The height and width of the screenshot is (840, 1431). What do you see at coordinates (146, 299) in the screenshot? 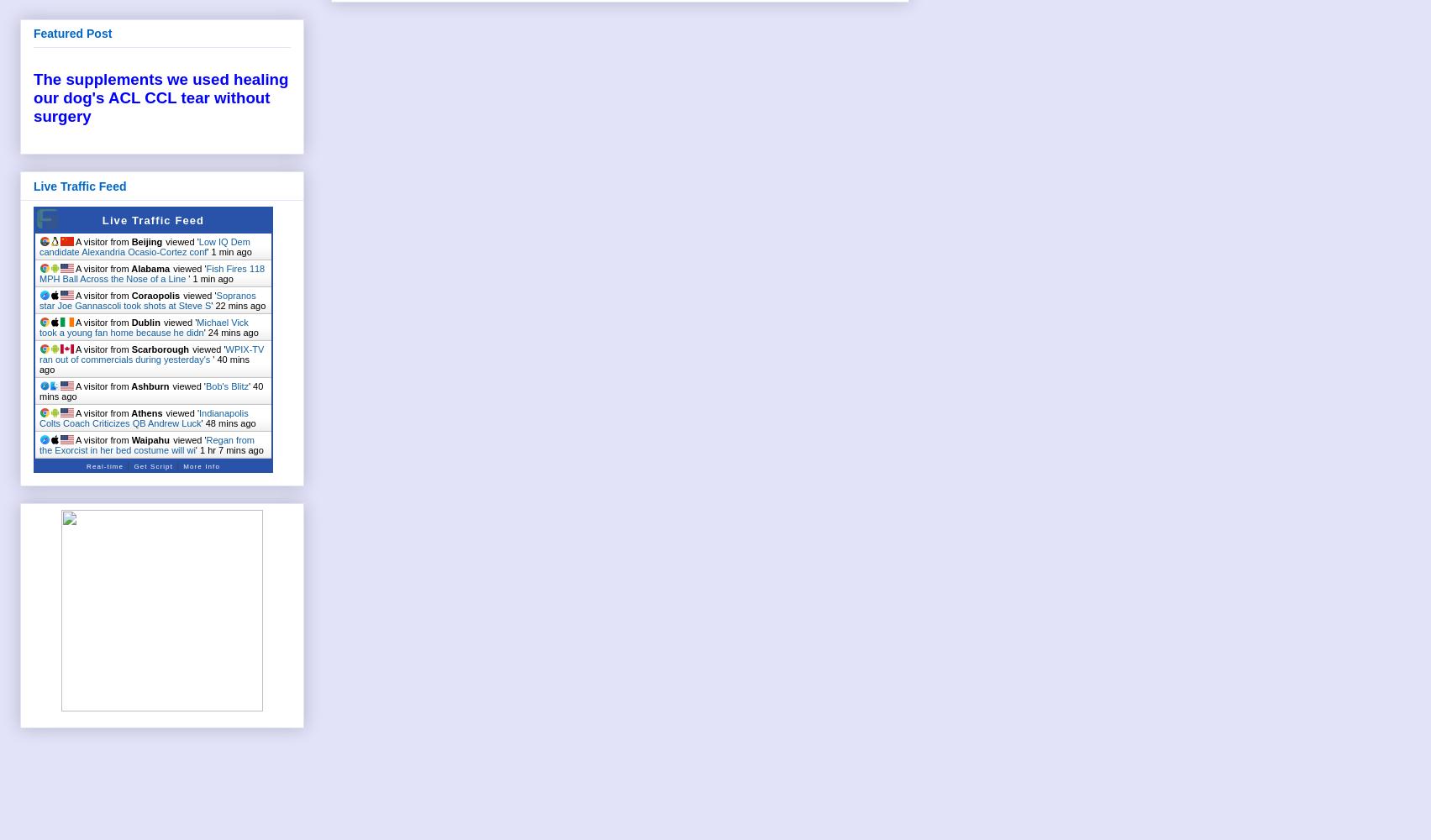
I see `'Sopranos star Joe Gannascoli took shots at Steve S'` at bounding box center [146, 299].